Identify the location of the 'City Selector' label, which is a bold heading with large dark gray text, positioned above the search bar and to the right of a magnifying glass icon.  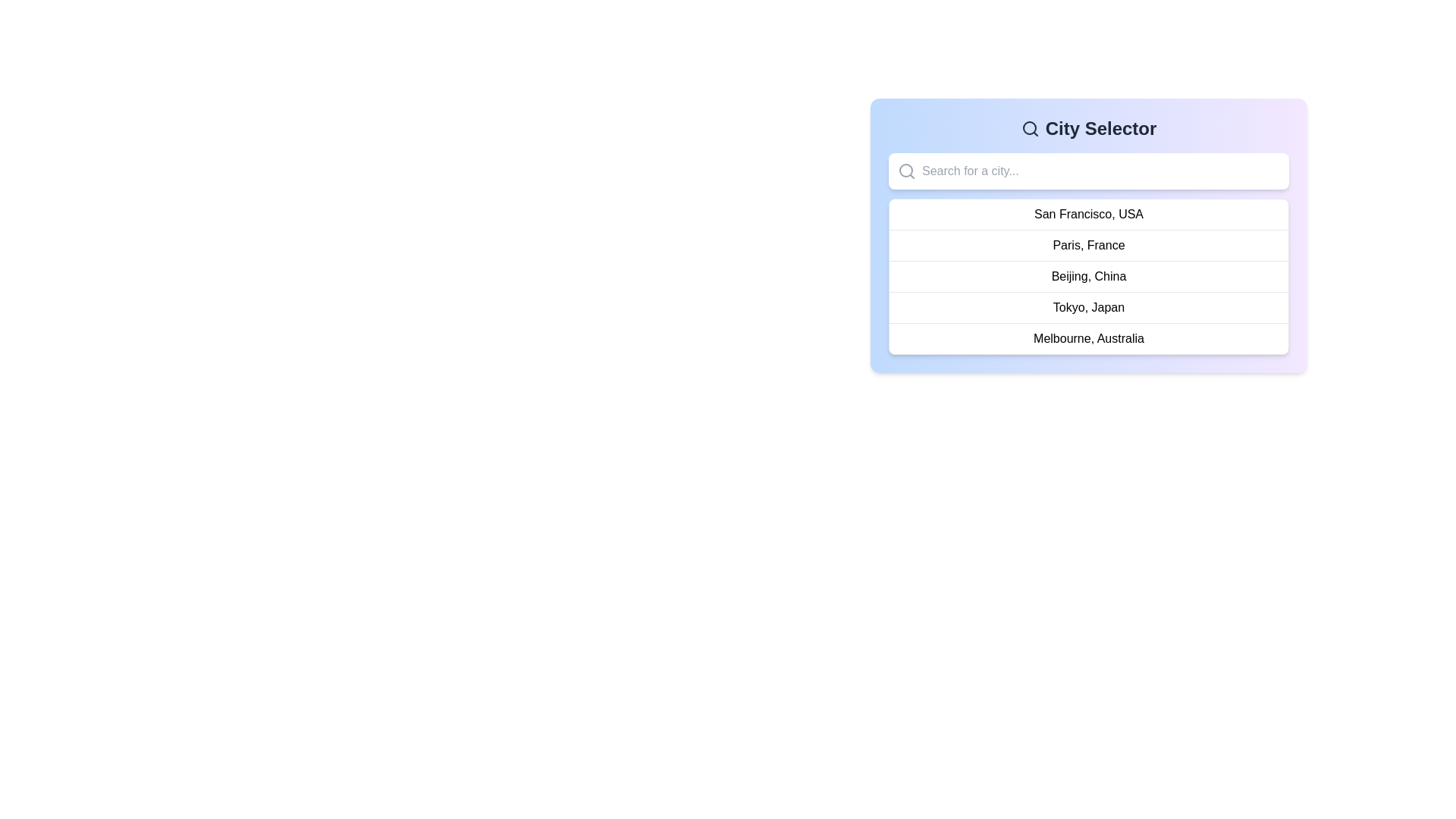
(1087, 127).